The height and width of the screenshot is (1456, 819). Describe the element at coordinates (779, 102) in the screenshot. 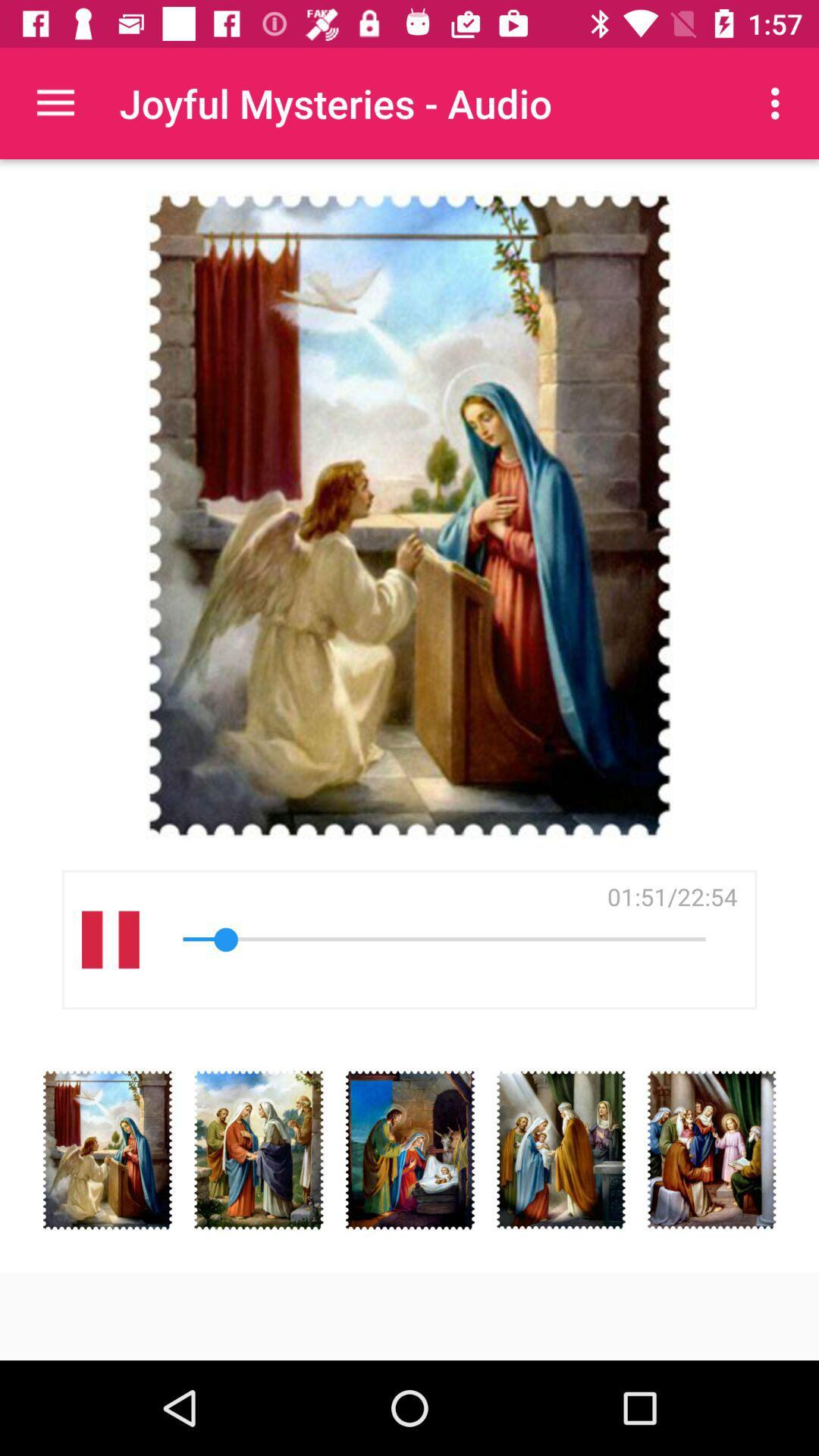

I see `icon next to the joyful mysteries - audio item` at that location.